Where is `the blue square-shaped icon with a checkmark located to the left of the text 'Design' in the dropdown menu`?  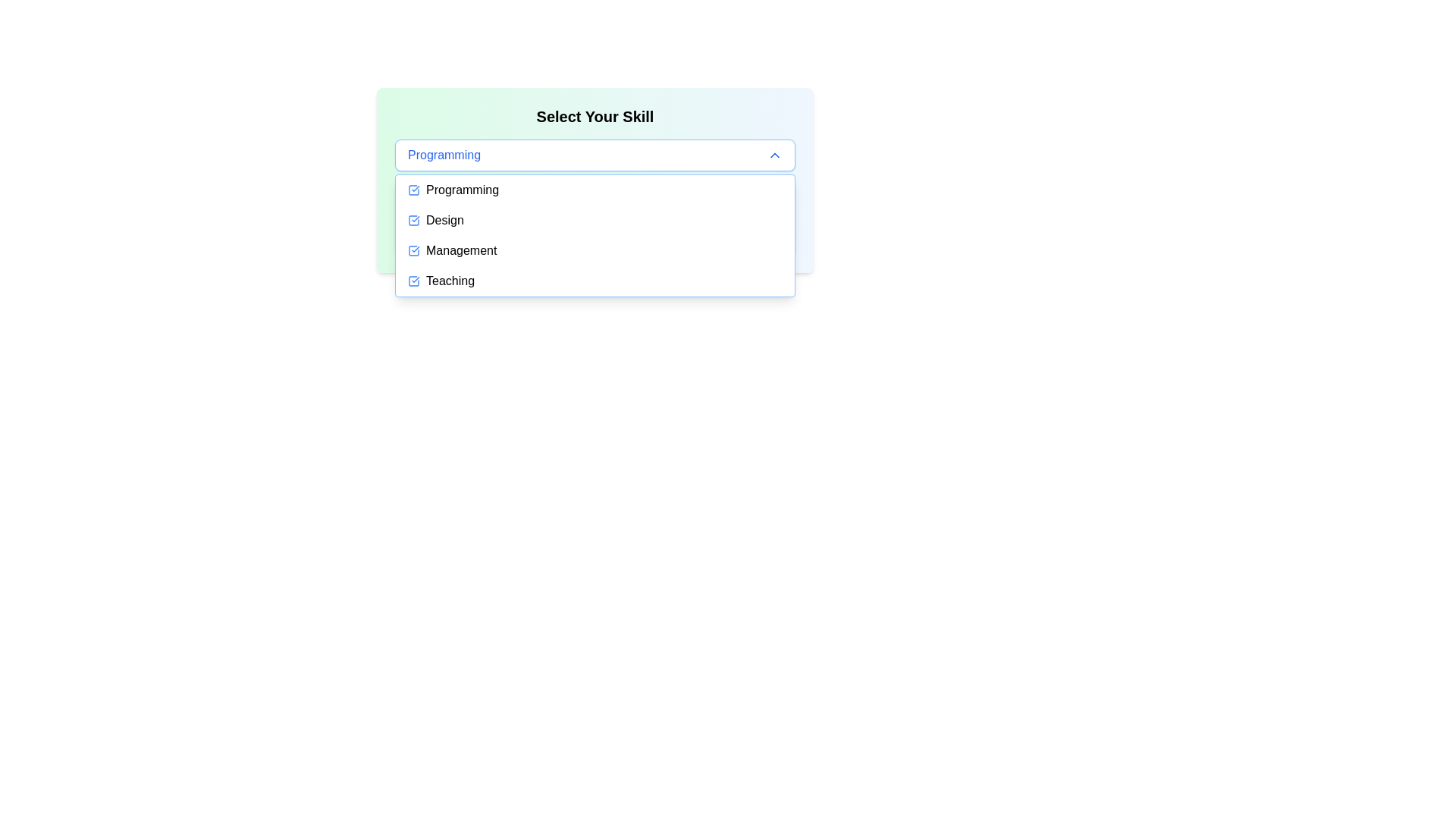 the blue square-shaped icon with a checkmark located to the left of the text 'Design' in the dropdown menu is located at coordinates (414, 220).